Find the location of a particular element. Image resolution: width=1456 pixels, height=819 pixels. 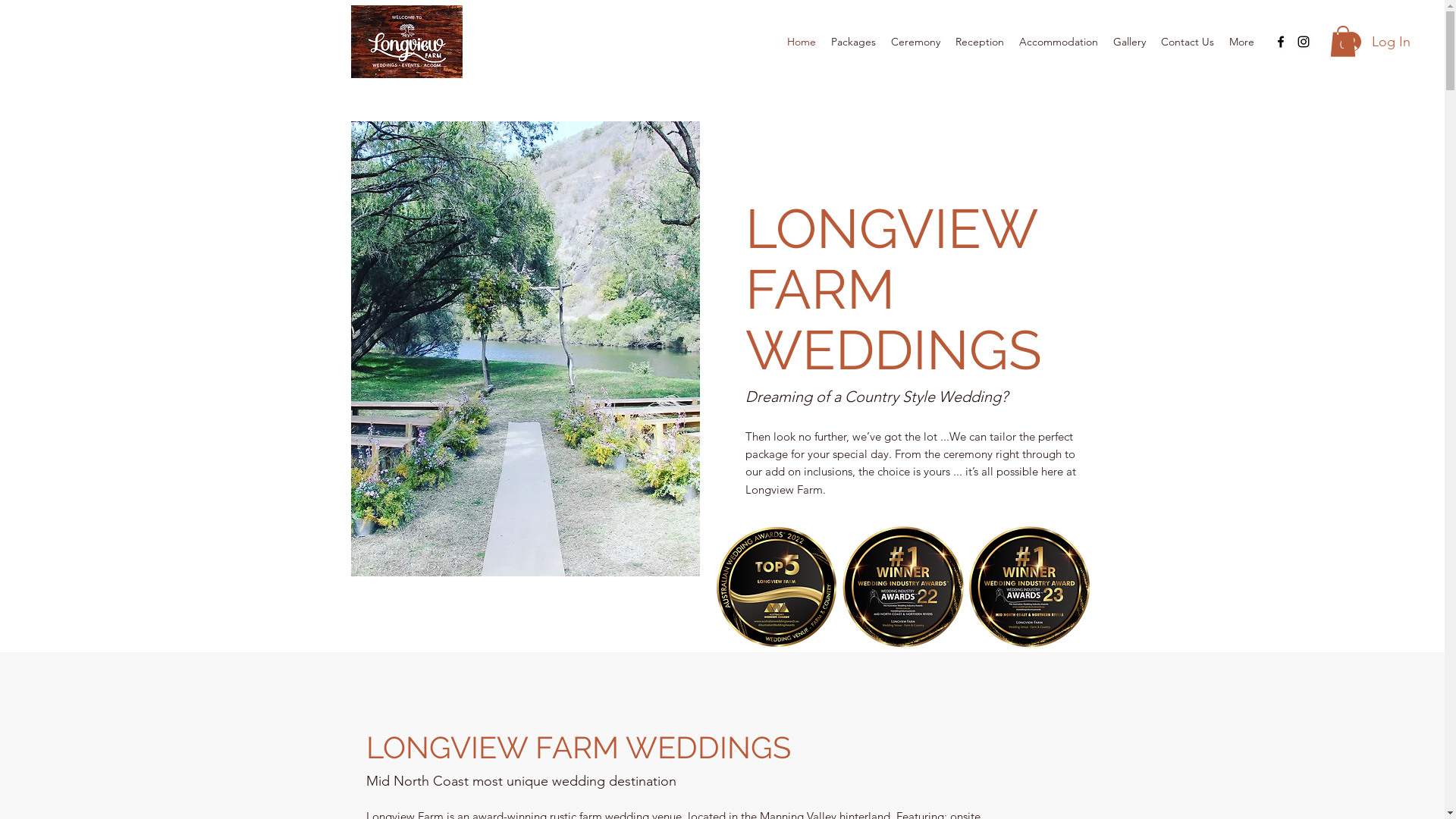

'Ceremony' is located at coordinates (915, 40).